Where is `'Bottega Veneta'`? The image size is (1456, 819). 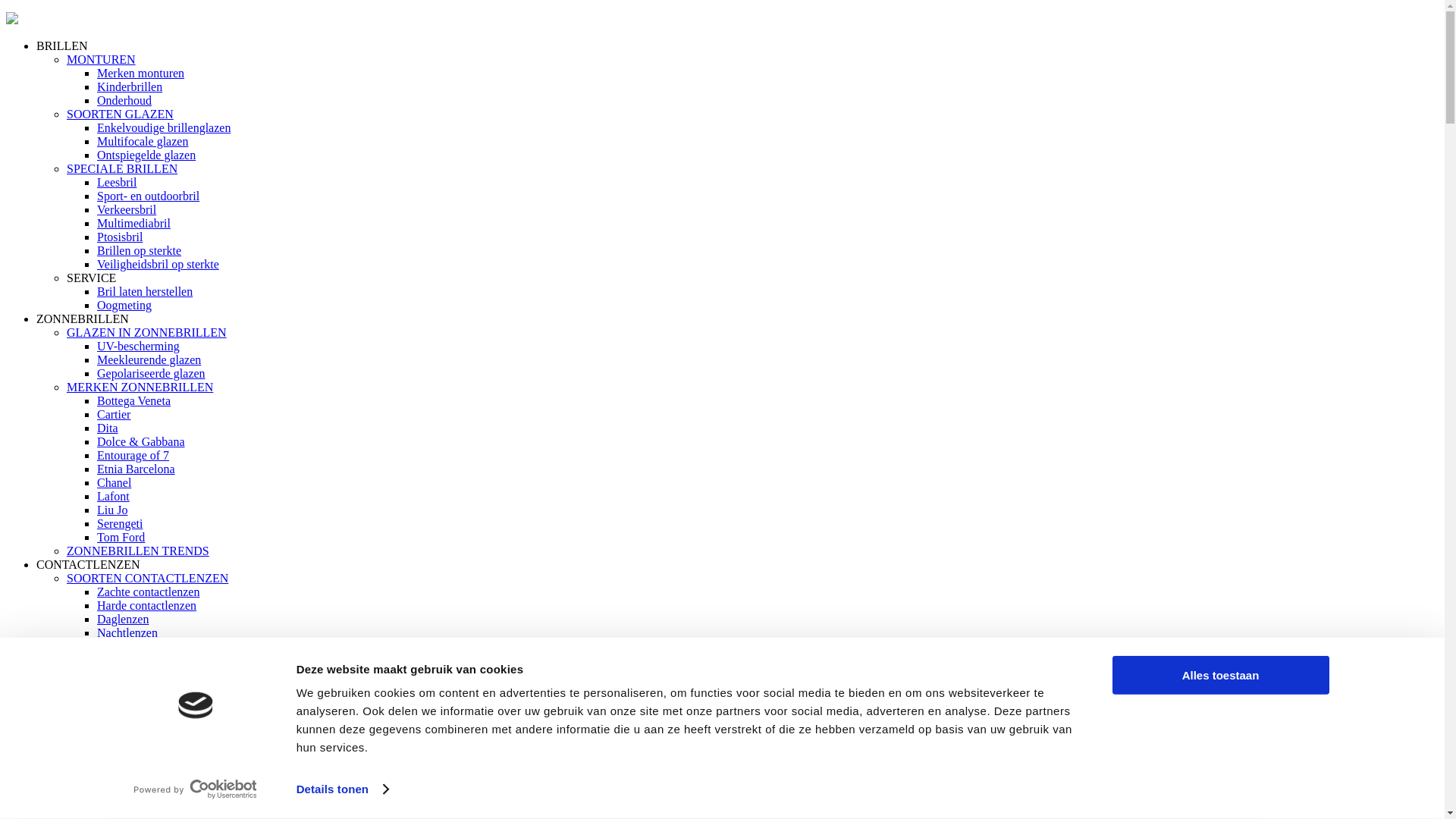 'Bottega Veneta' is located at coordinates (133, 400).